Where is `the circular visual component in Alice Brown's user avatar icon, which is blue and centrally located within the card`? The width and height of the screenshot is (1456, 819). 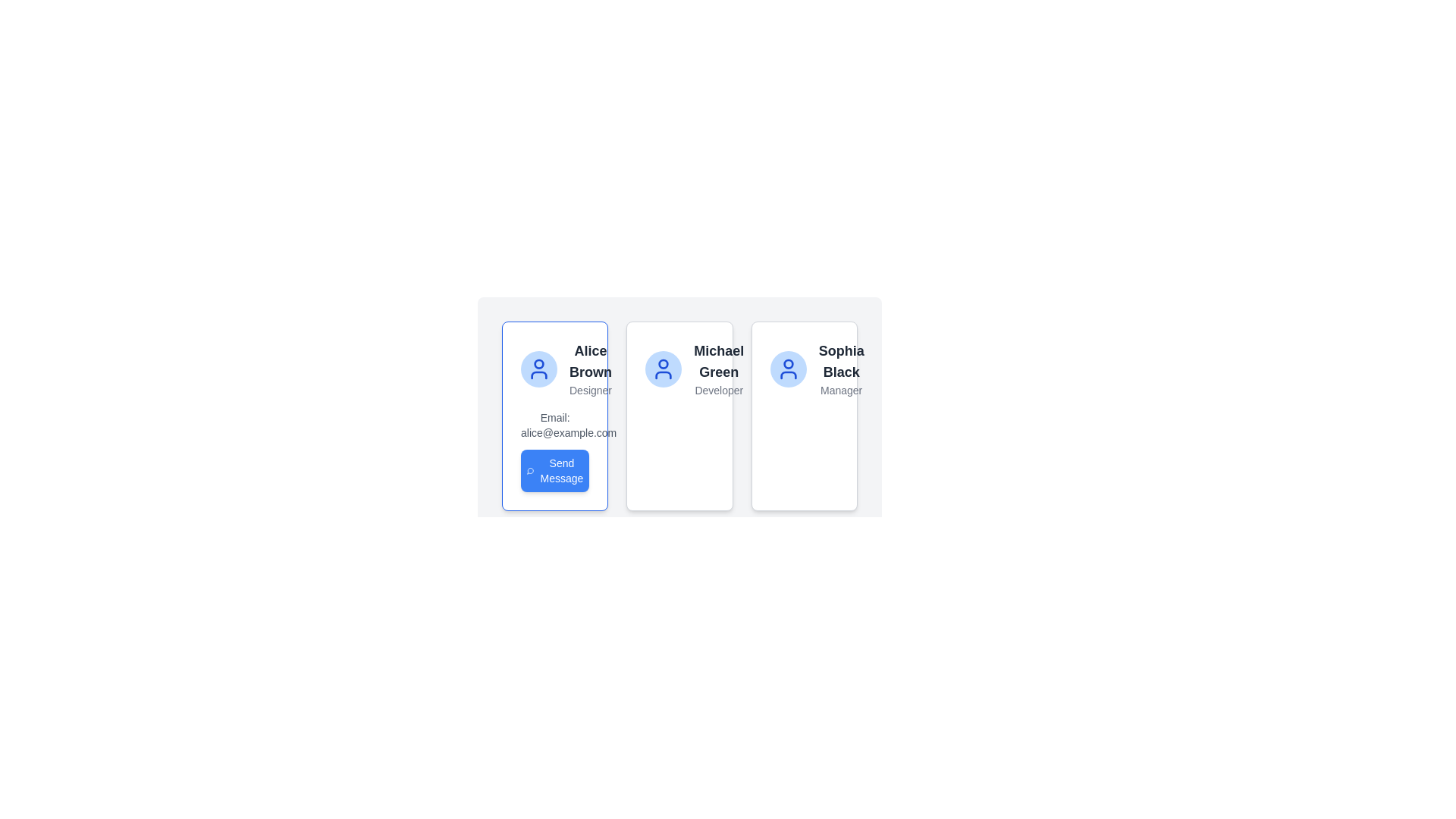 the circular visual component in Alice Brown's user avatar icon, which is blue and centrally located within the card is located at coordinates (788, 364).